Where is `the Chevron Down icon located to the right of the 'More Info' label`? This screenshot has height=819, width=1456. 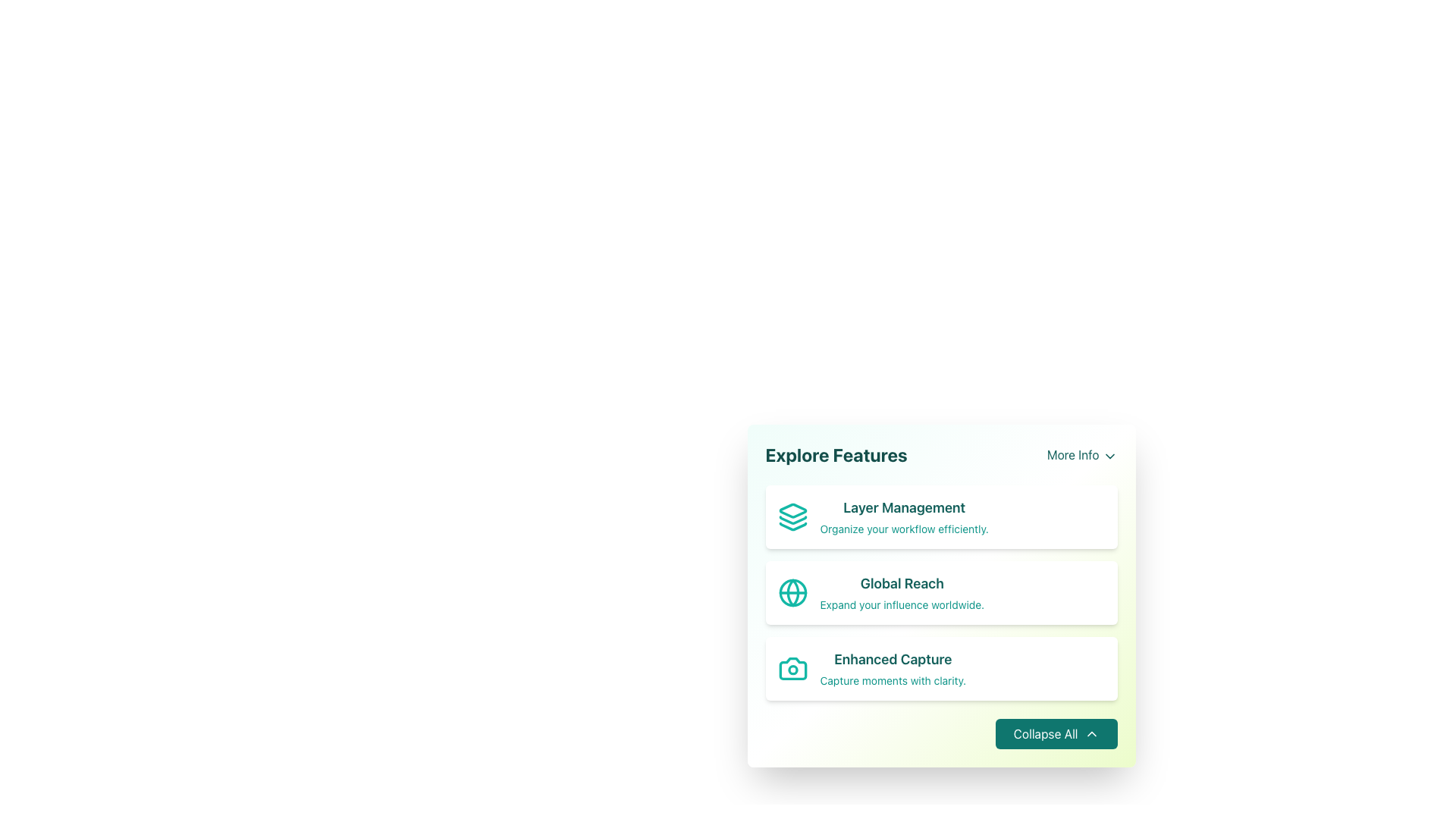
the Chevron Down icon located to the right of the 'More Info' label is located at coordinates (1109, 455).